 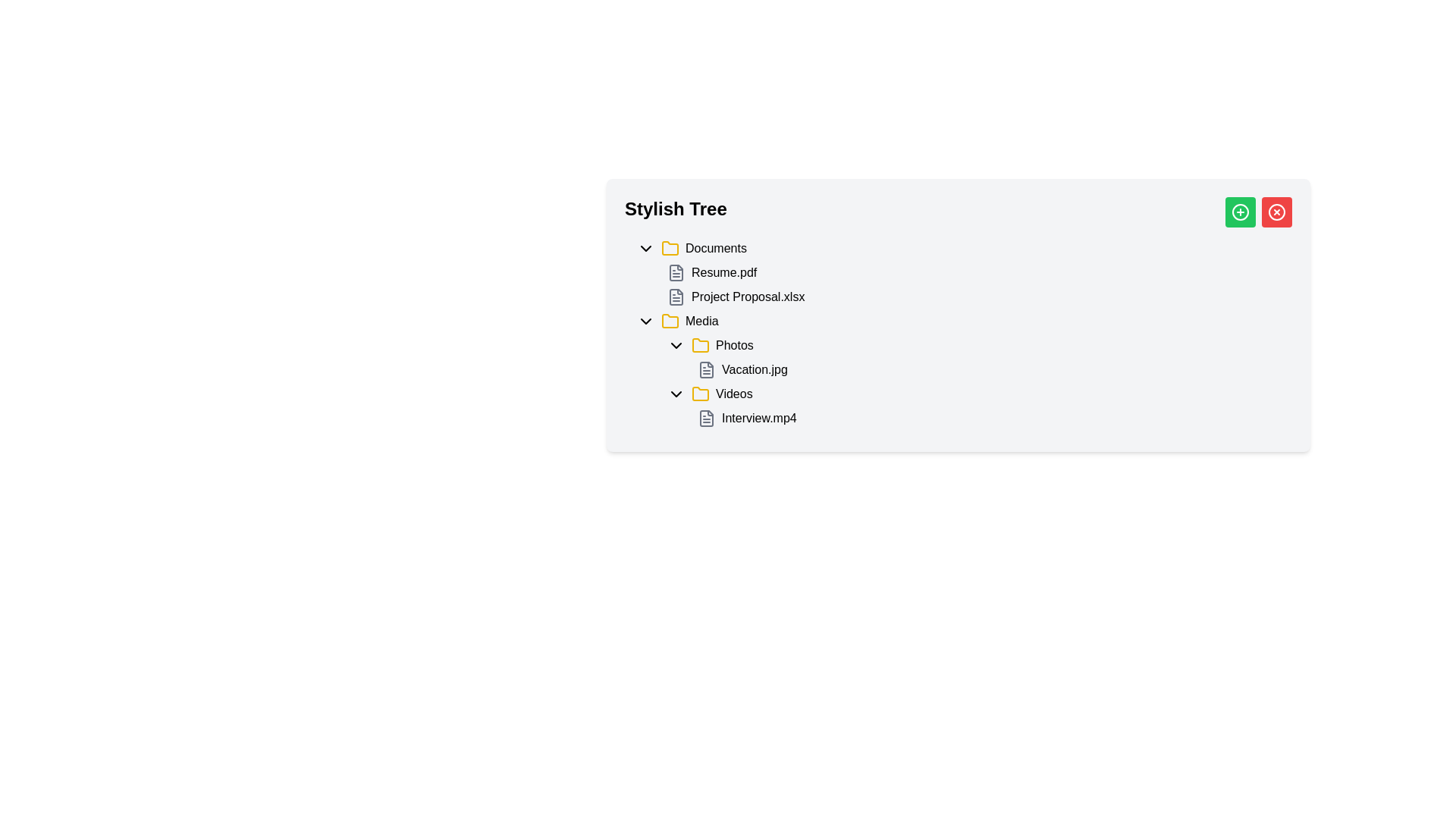 I want to click on the red circular button with a white 'X' icon, so click(x=1276, y=212).